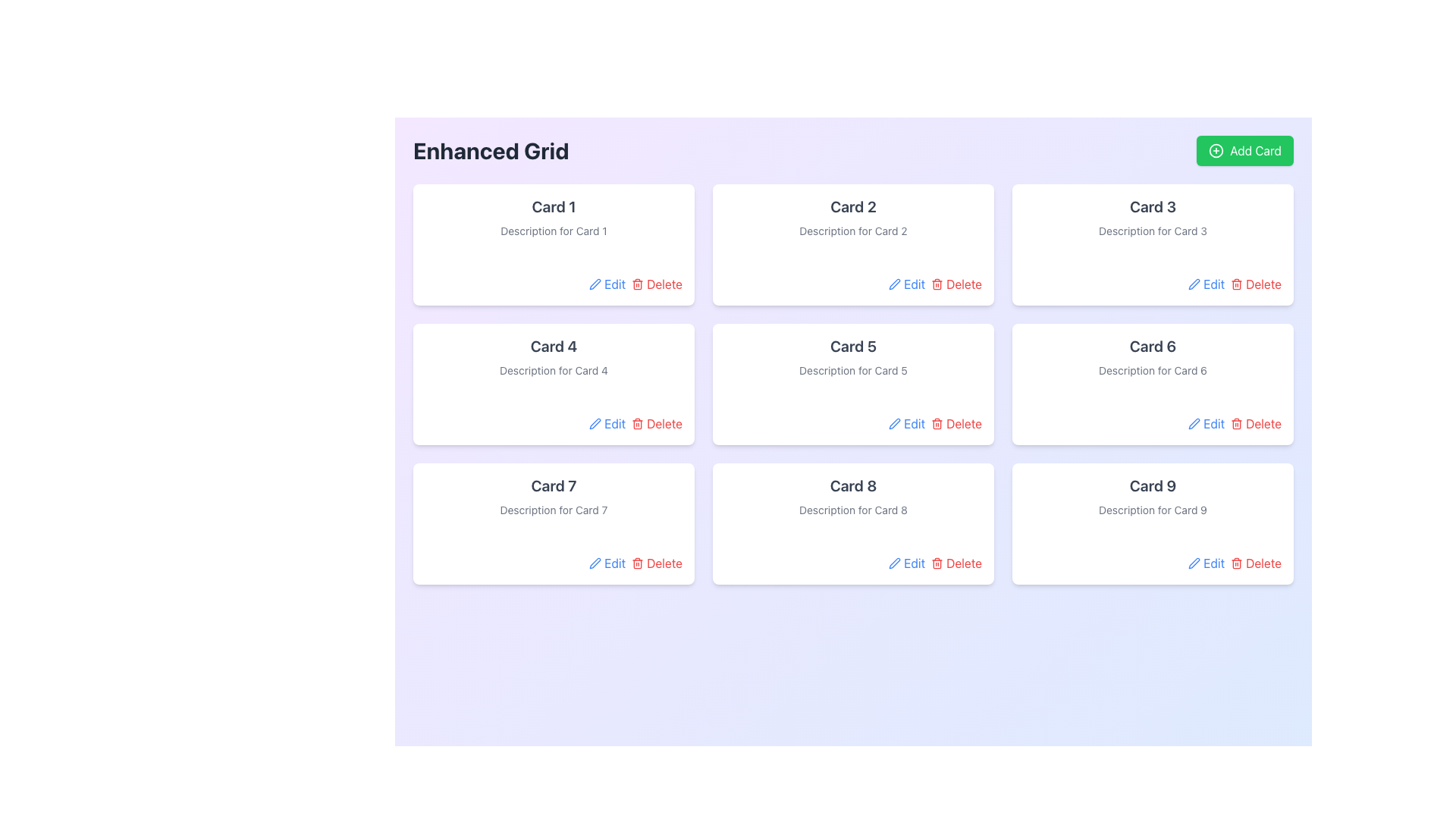 This screenshot has height=819, width=1456. I want to click on and drop 'Card 9' from the bottom right corner of the grid layout, so click(1153, 522).